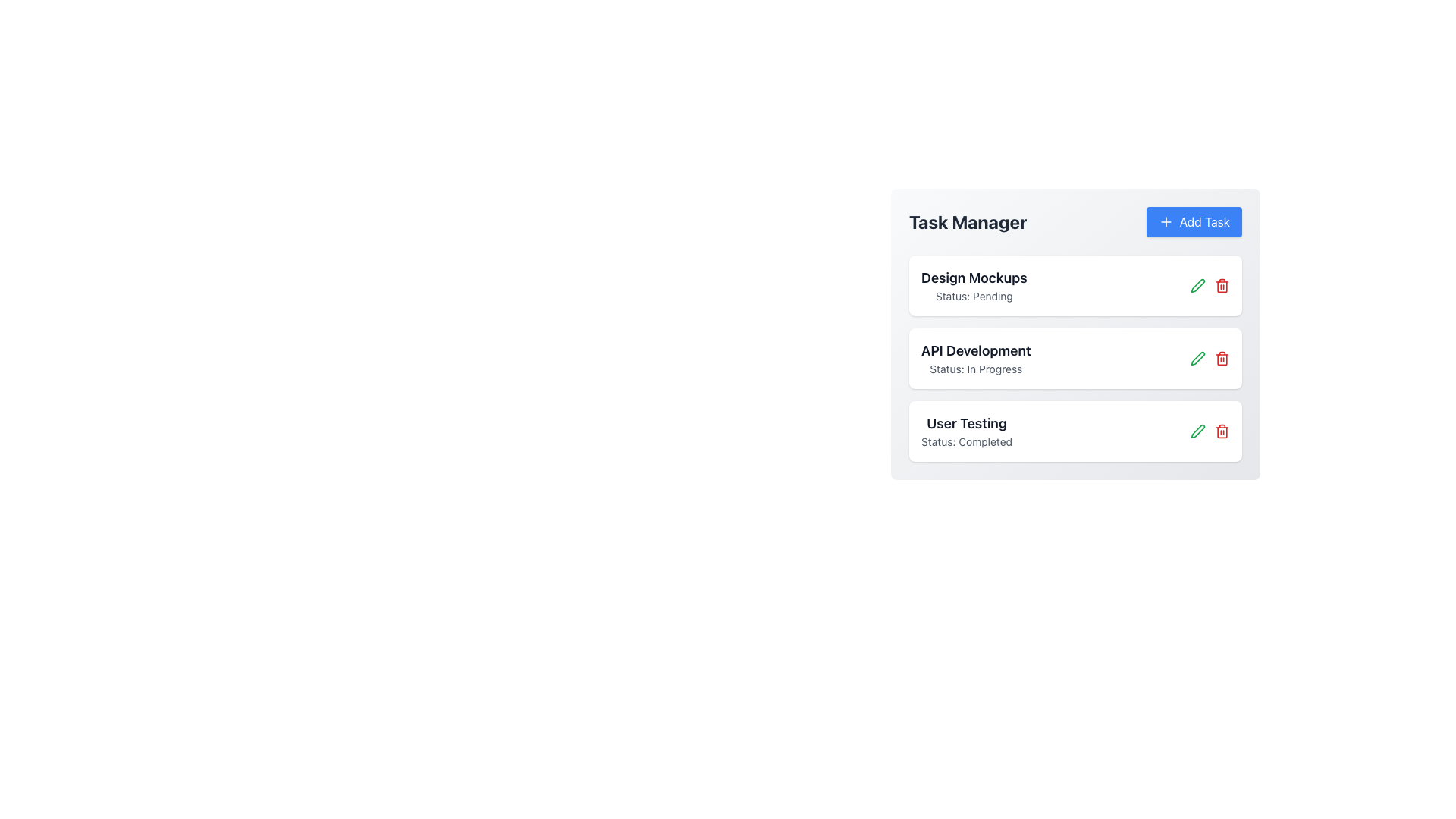 The width and height of the screenshot is (1456, 819). I want to click on the 'User Testing' task item element in the Task Manager interface, so click(1075, 431).